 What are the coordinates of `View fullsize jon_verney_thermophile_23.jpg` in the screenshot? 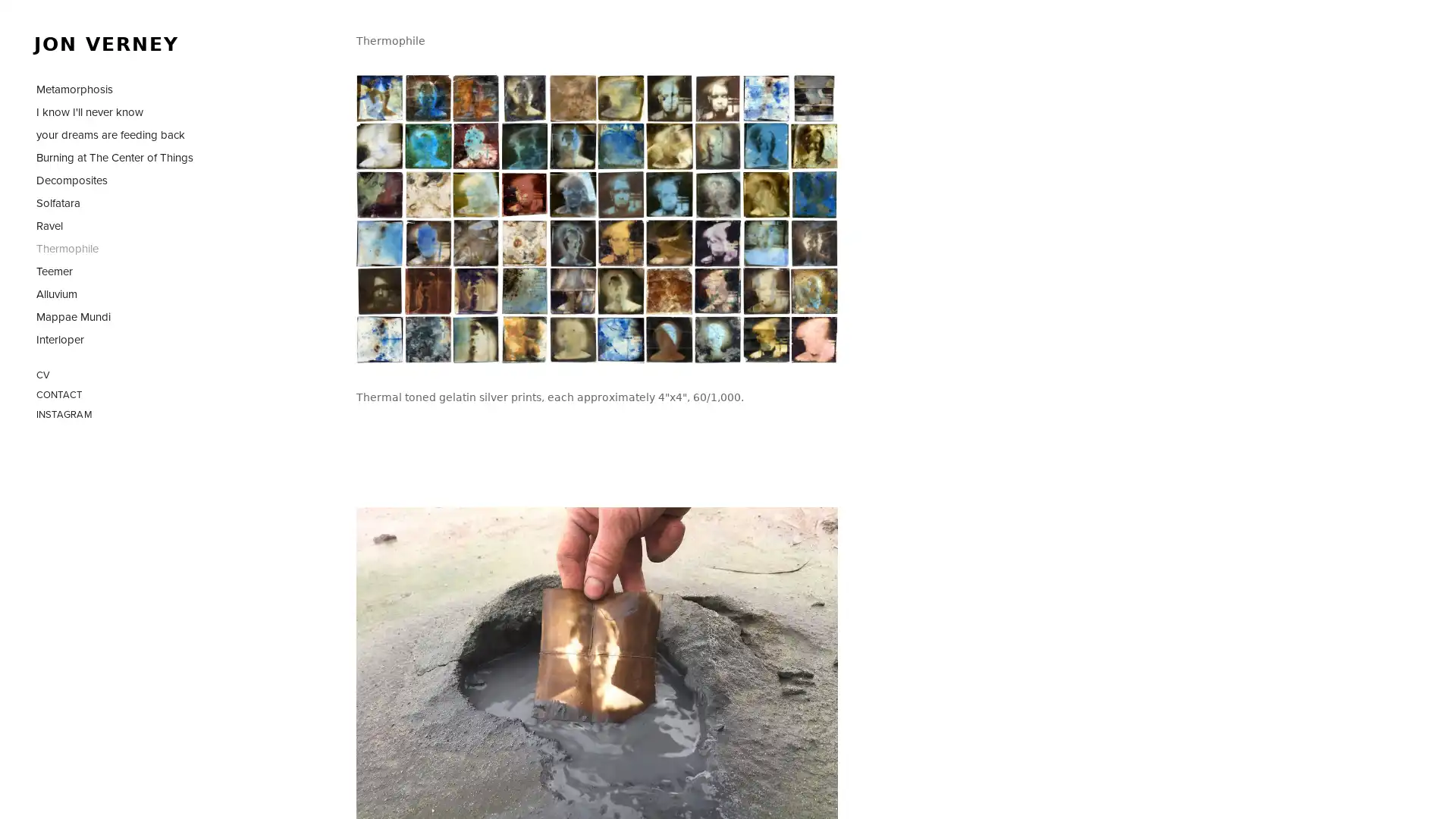 It's located at (426, 242).